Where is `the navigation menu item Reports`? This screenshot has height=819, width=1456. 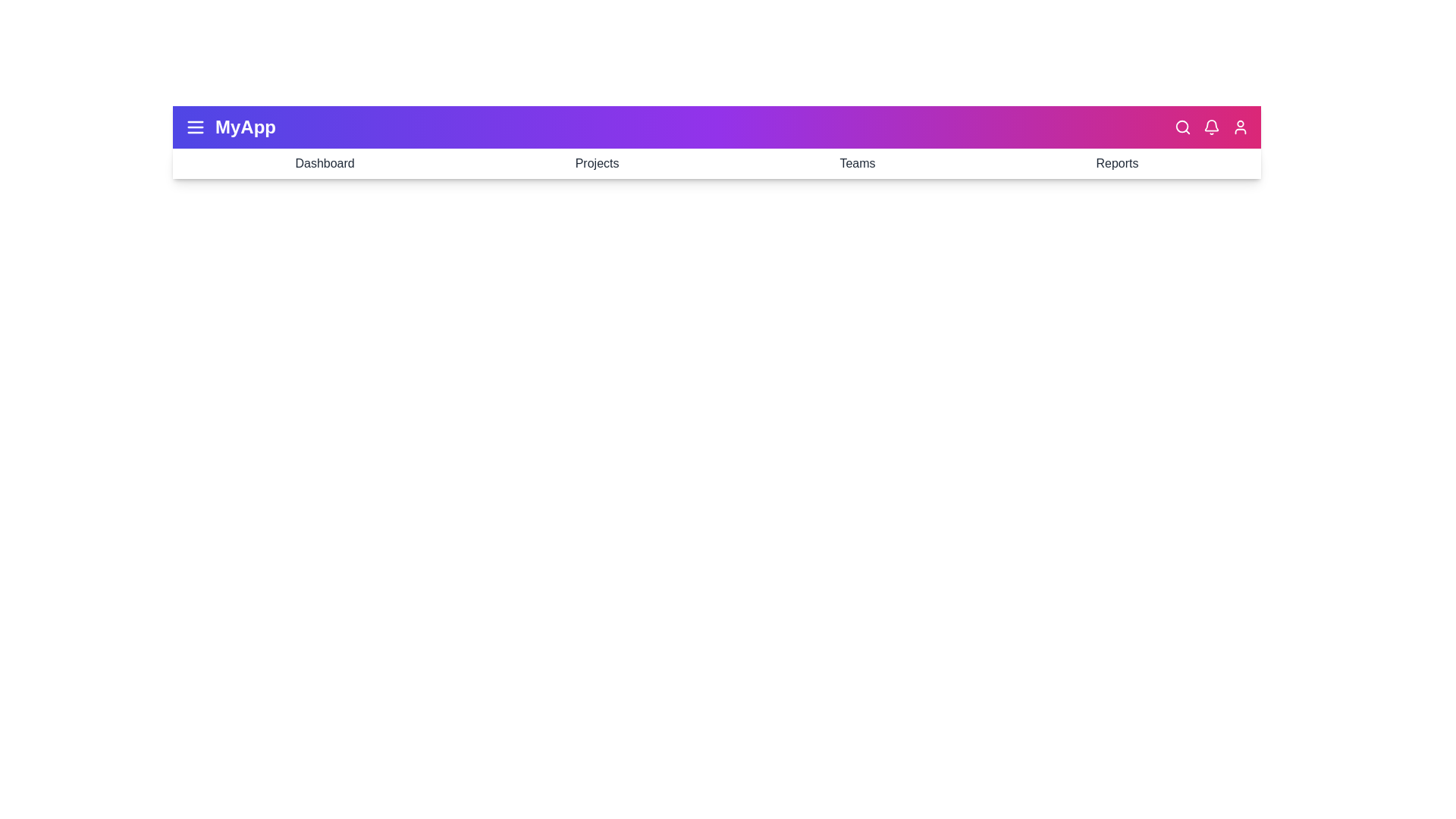 the navigation menu item Reports is located at coordinates (1117, 164).